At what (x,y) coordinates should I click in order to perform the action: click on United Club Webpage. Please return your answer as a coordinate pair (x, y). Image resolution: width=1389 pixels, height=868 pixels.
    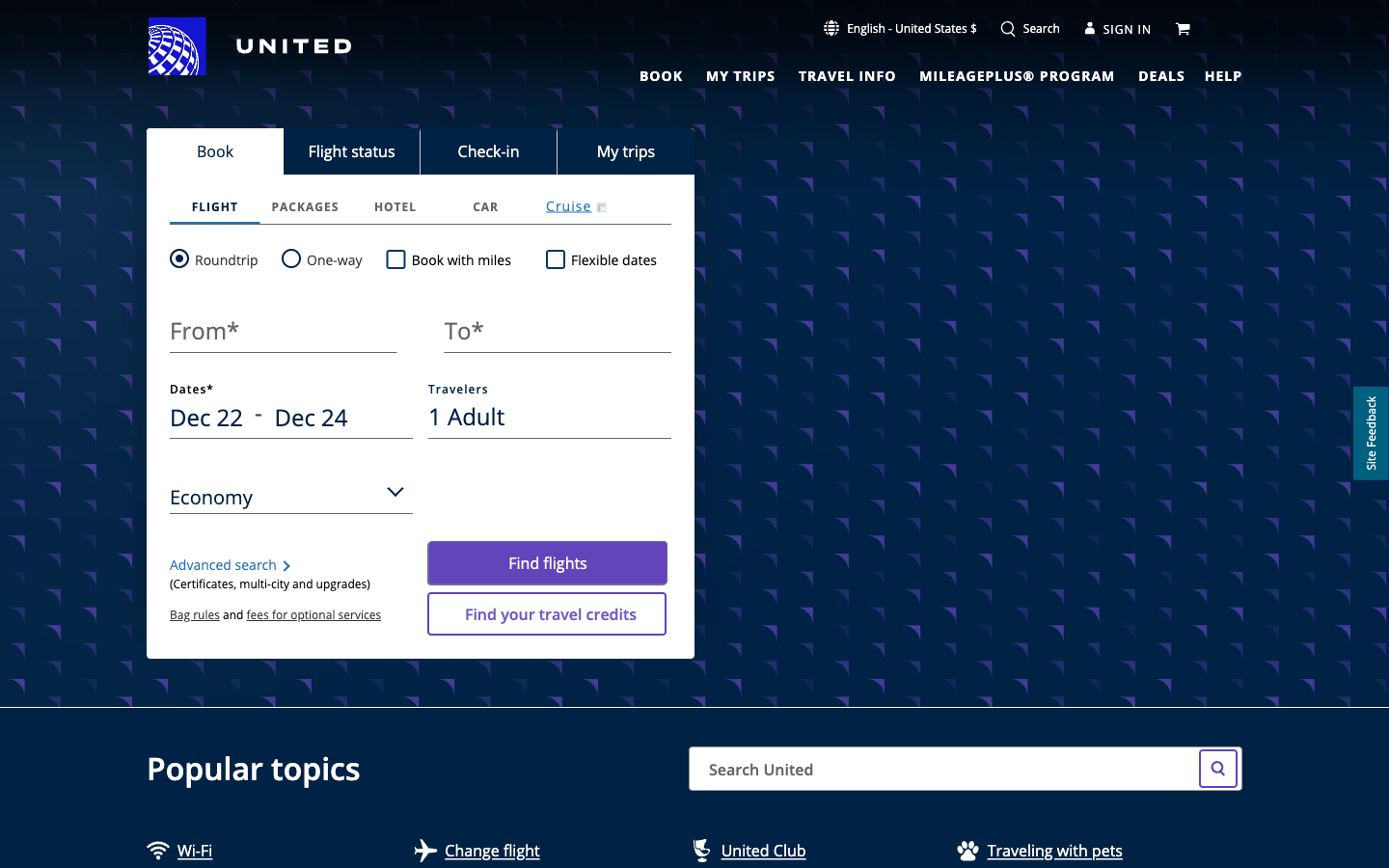
    Looking at the image, I should click on (807, 854).